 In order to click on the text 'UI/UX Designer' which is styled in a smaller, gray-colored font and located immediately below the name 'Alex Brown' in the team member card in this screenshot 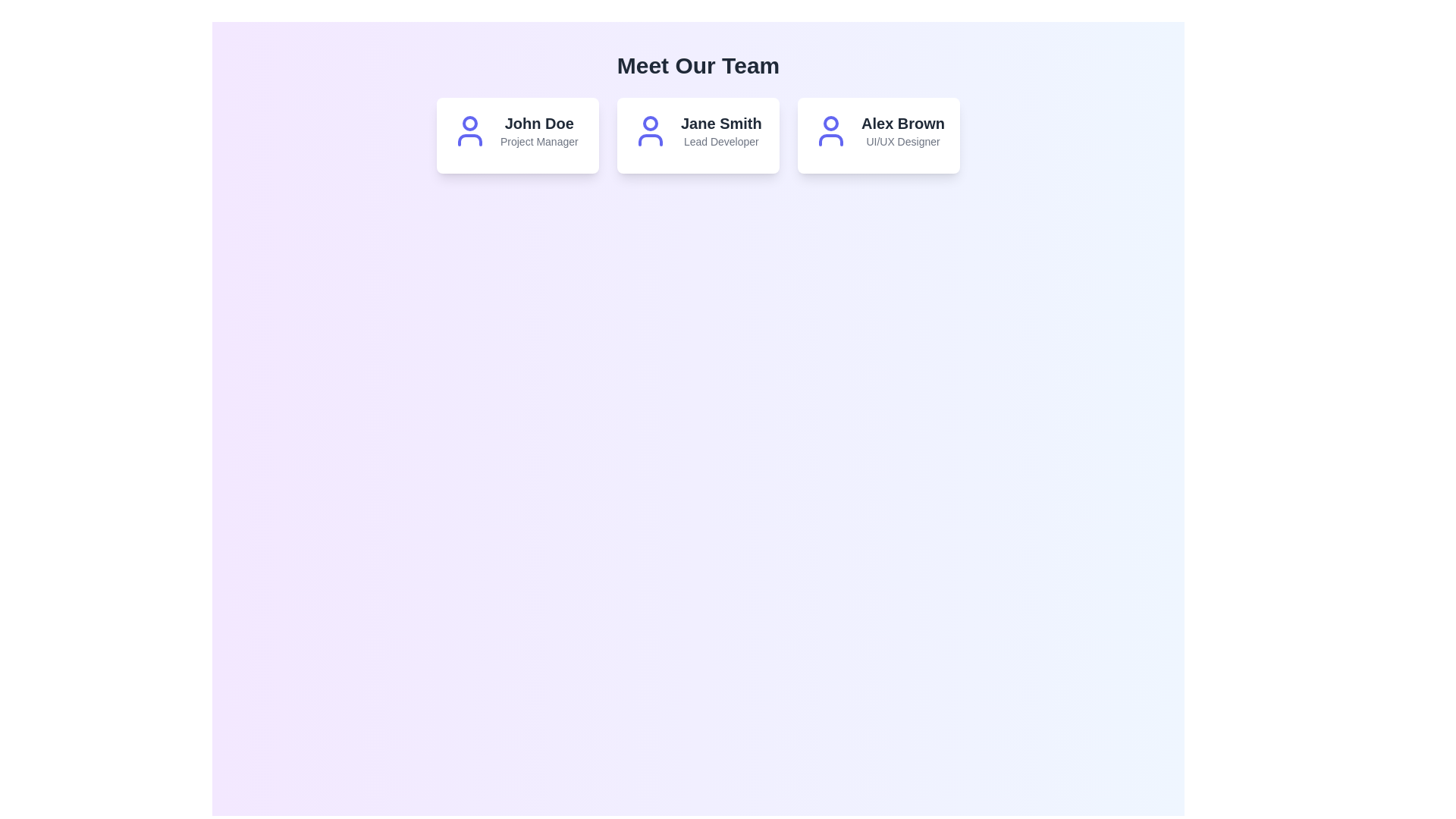, I will do `click(902, 141)`.